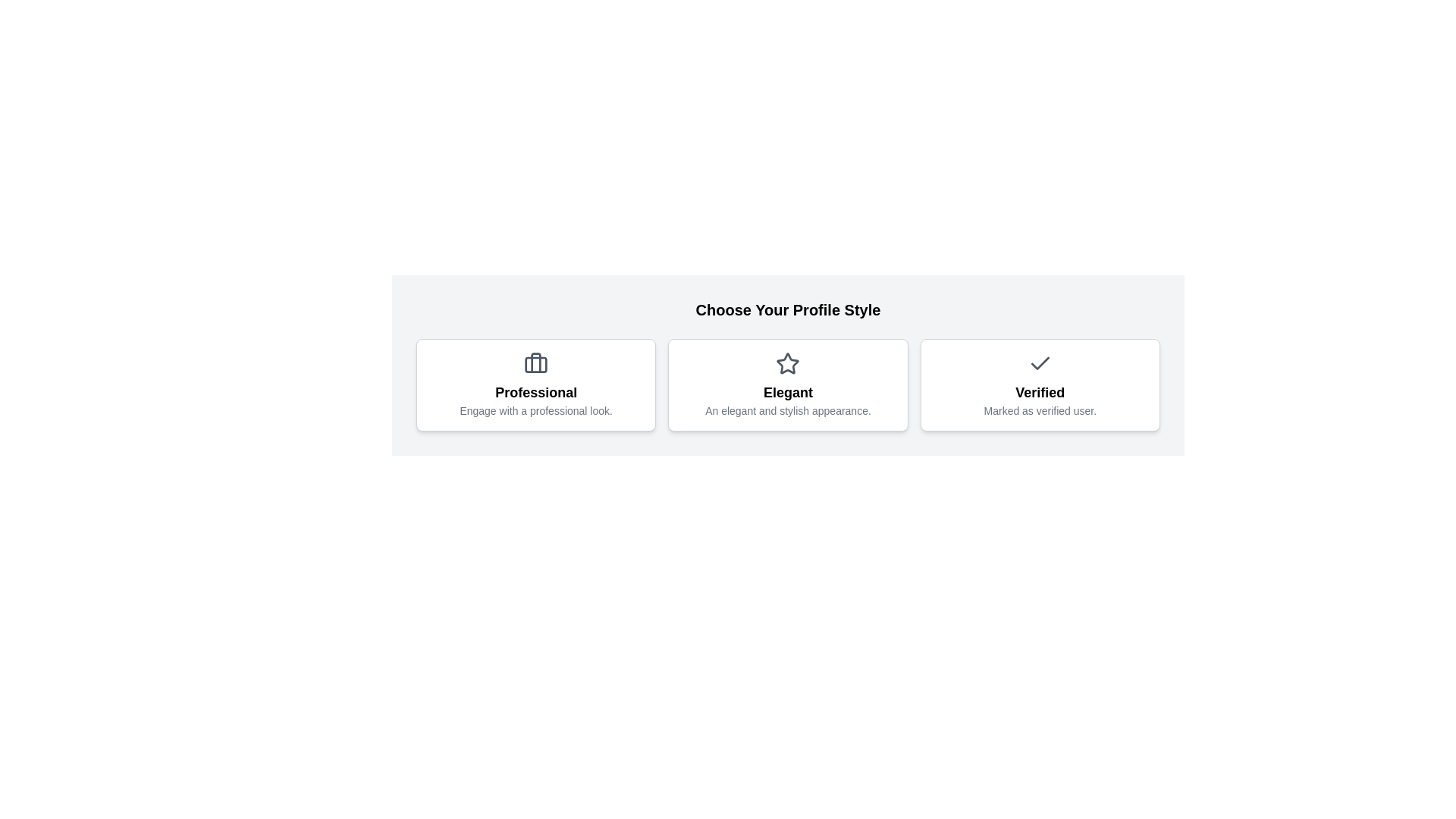  I want to click on the icon representing the Elegant profile style, so click(787, 363).